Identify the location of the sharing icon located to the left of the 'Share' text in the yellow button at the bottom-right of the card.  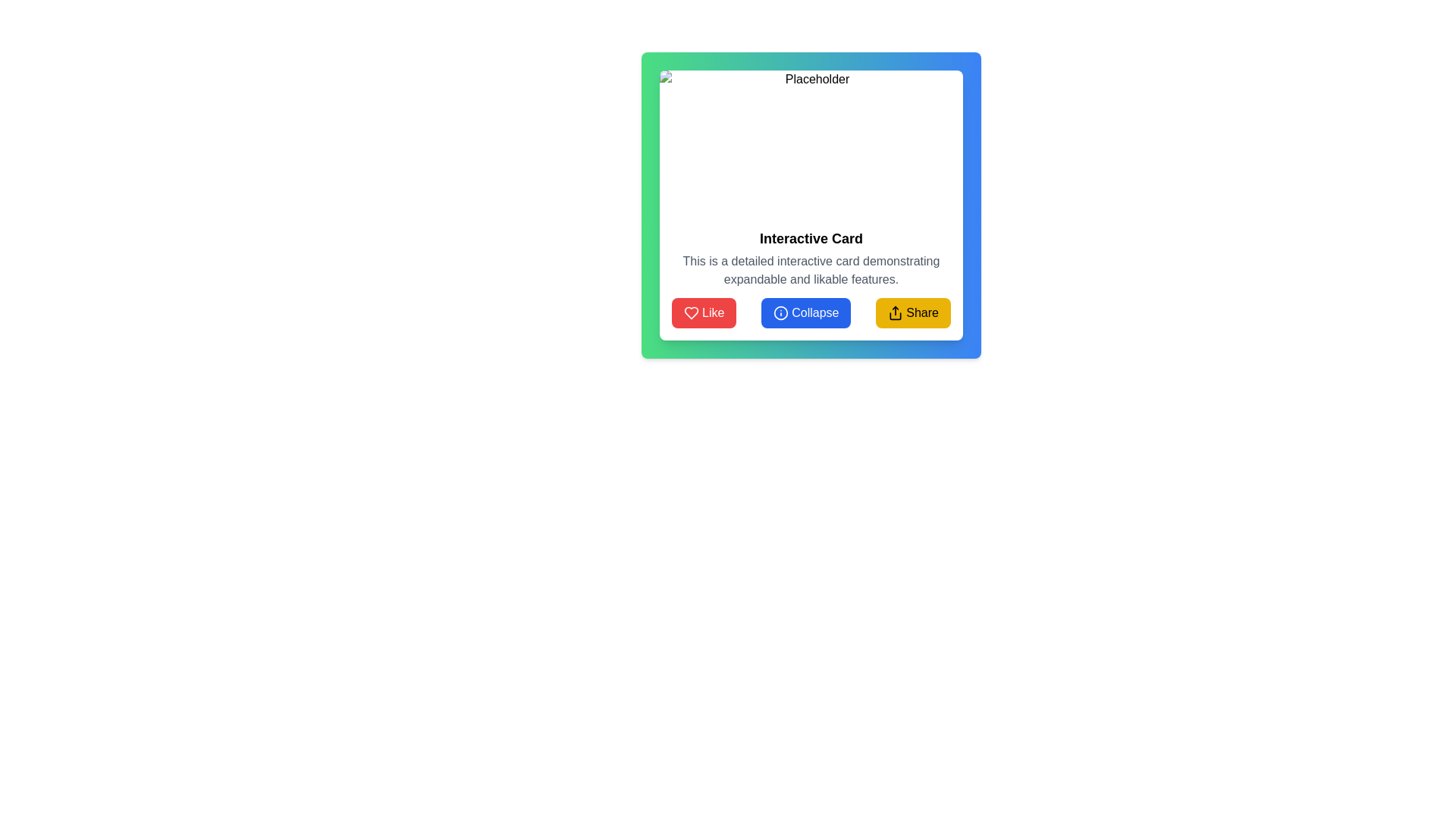
(896, 312).